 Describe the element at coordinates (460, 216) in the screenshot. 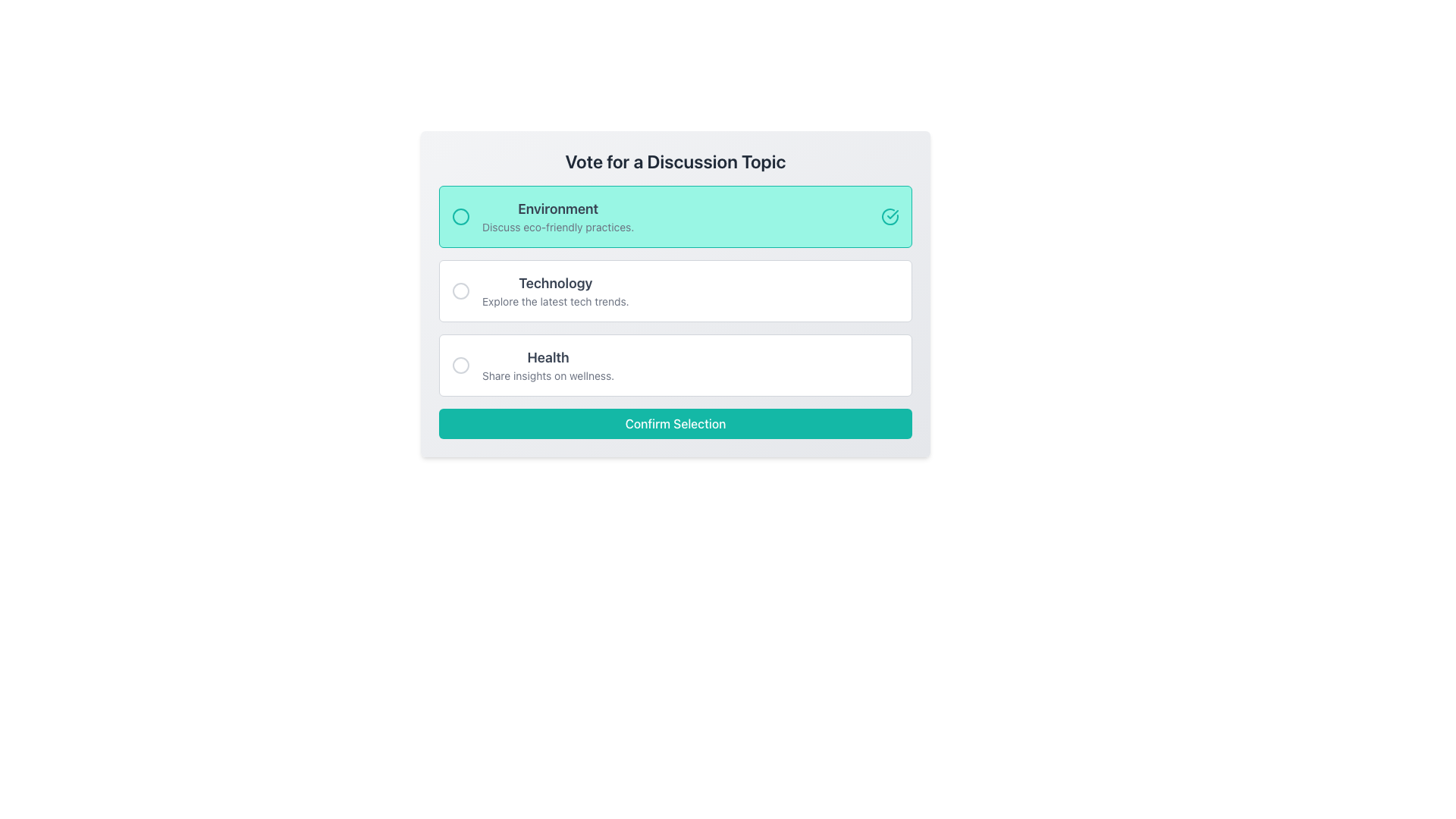

I see `the circular teal outlined button` at that location.